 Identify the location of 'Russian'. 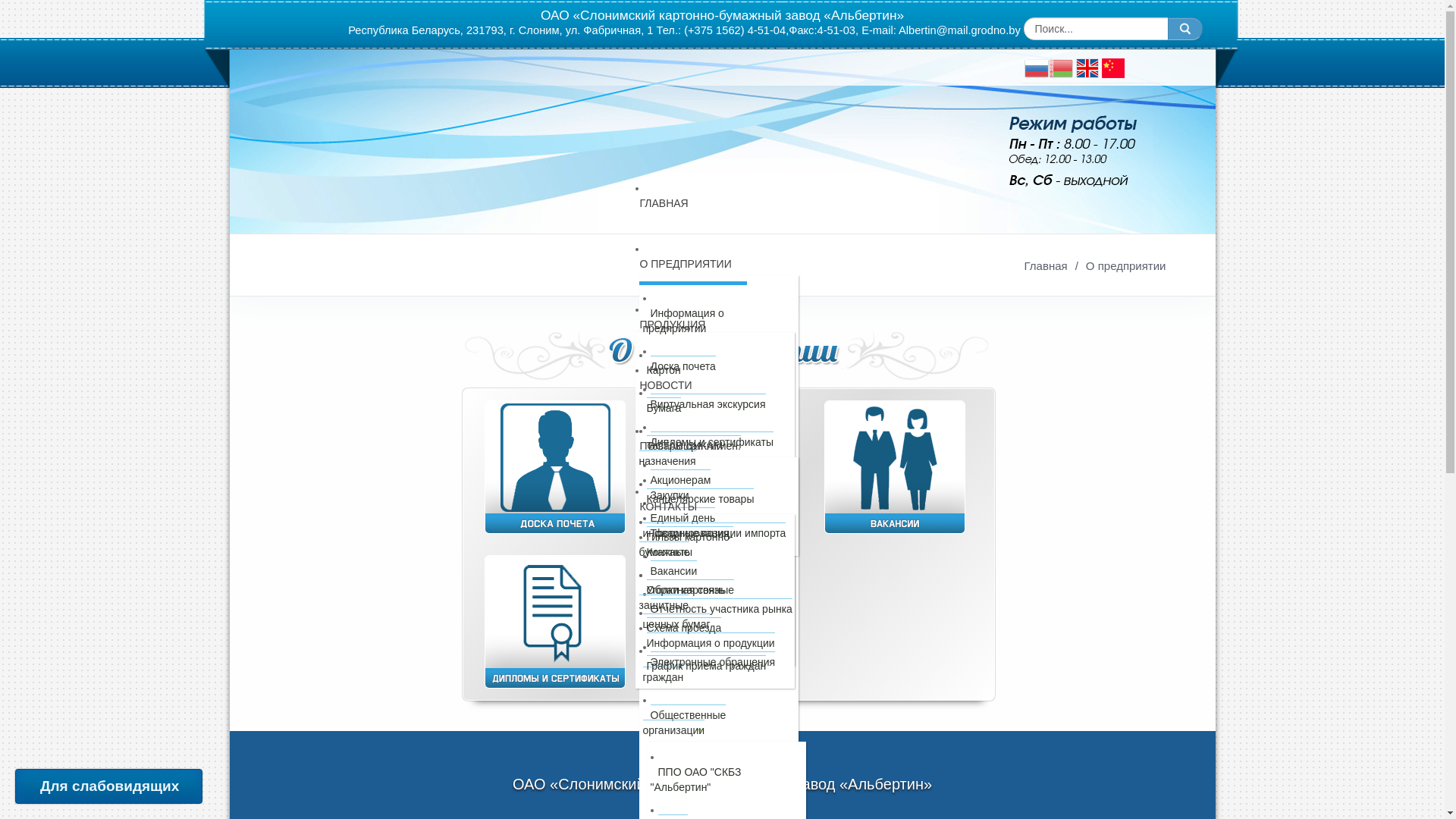
(1023, 66).